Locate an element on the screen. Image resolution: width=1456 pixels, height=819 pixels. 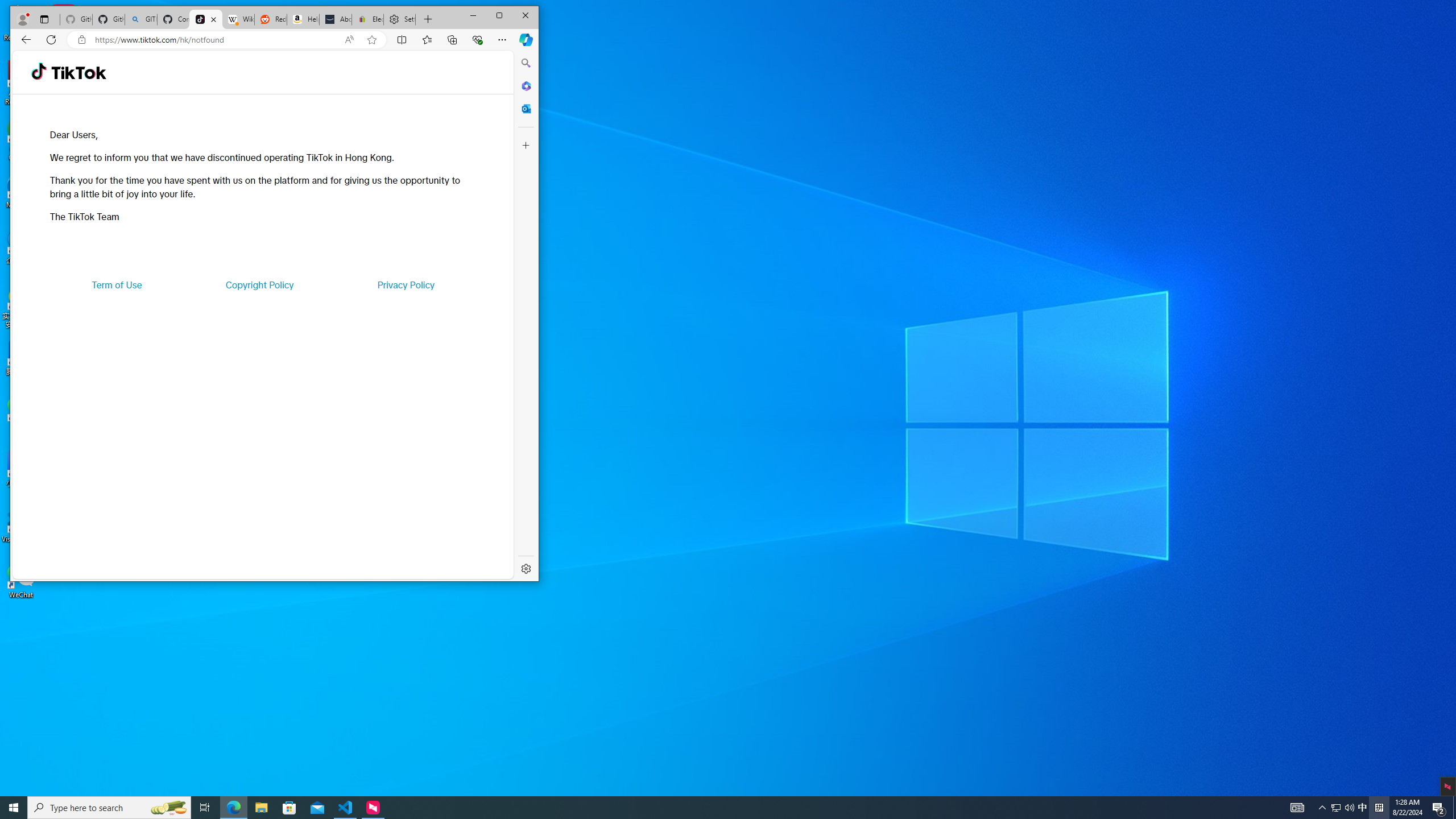
'TikTok' is located at coordinates (78, 72).